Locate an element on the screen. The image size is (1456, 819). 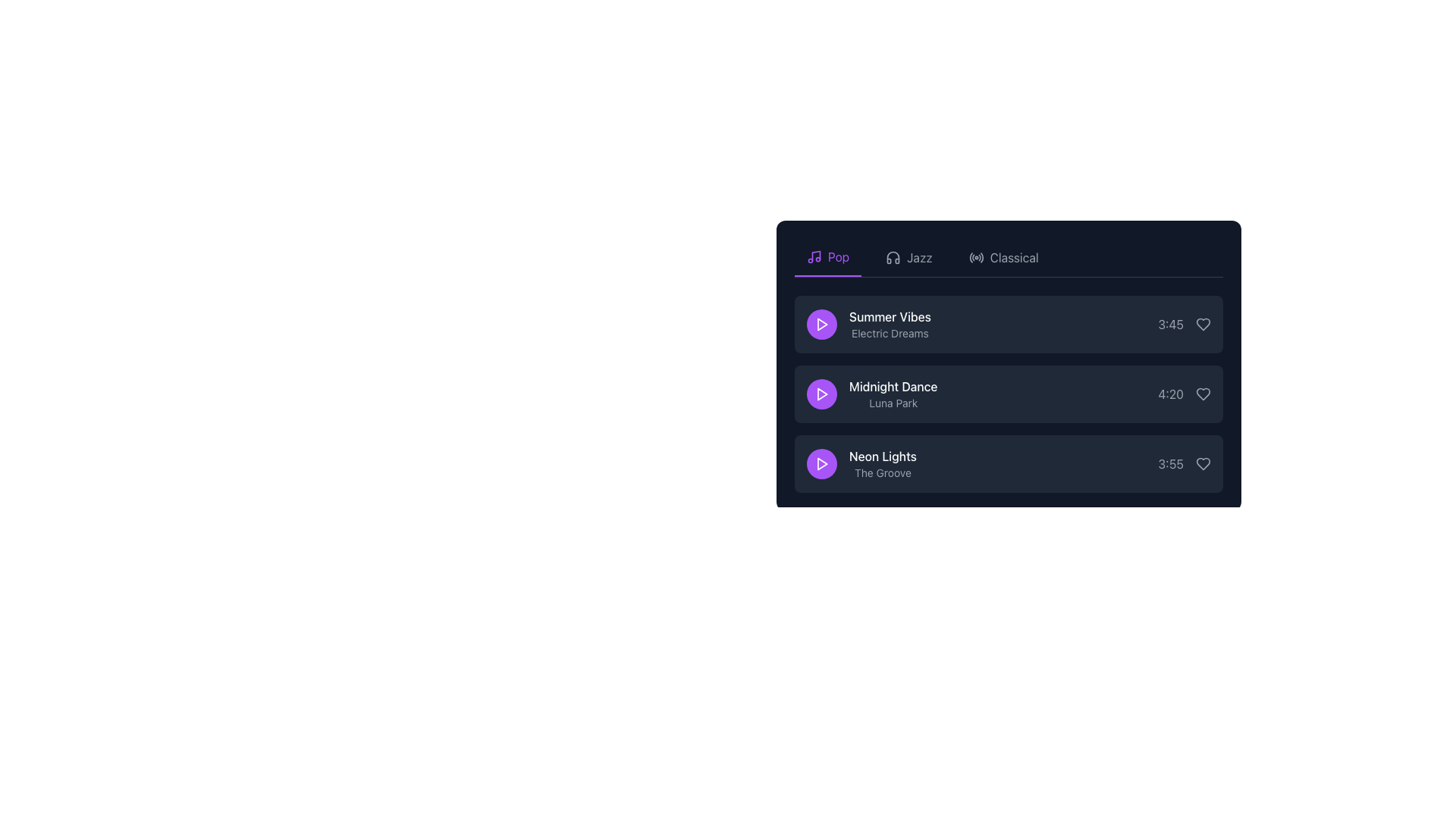
the text label 'Jazz' is located at coordinates (918, 256).